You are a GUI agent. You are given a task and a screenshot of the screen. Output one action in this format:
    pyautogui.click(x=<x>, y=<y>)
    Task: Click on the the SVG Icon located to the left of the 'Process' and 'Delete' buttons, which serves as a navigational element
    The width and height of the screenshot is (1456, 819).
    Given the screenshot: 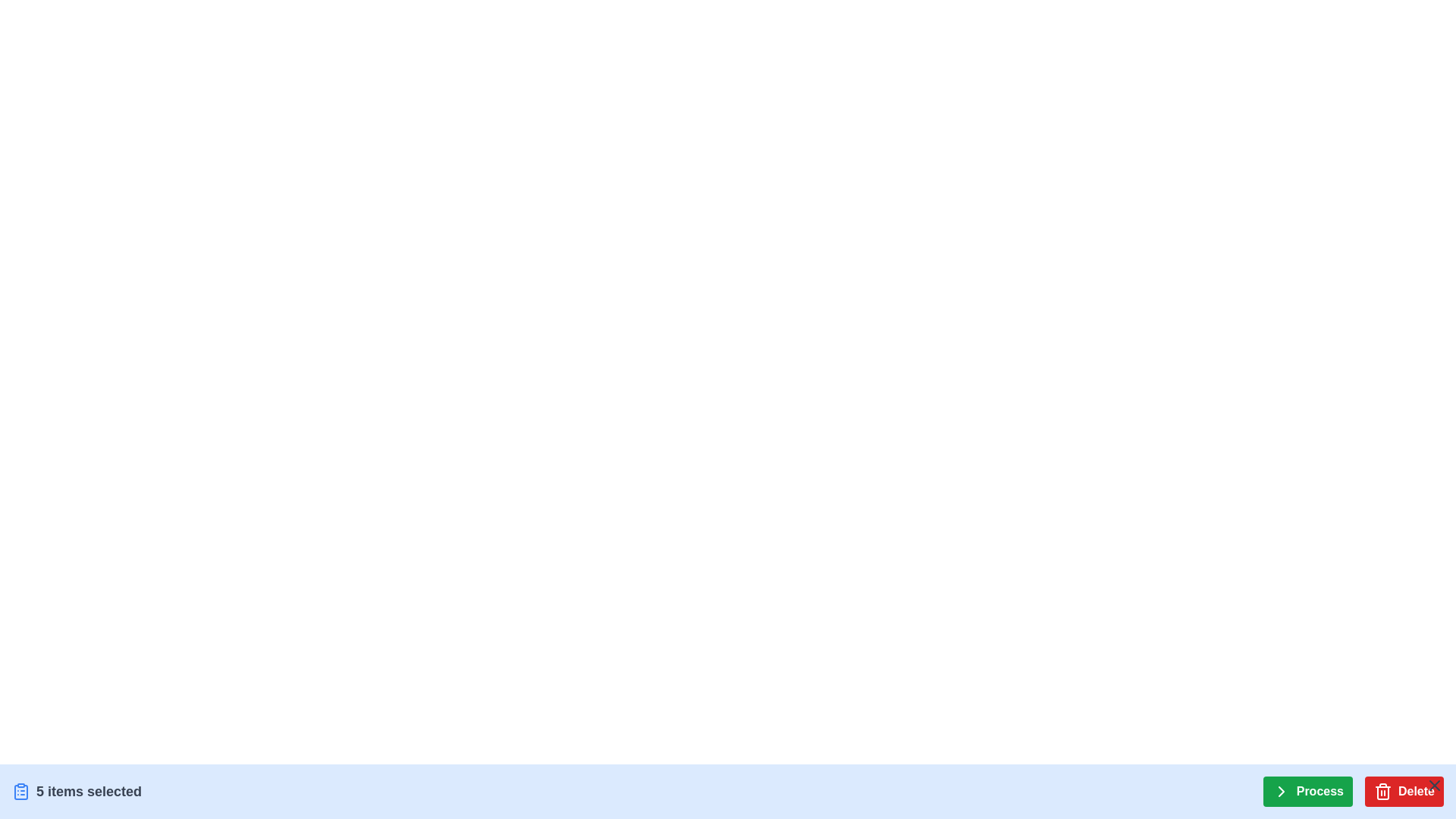 What is the action you would take?
    pyautogui.click(x=1280, y=791)
    